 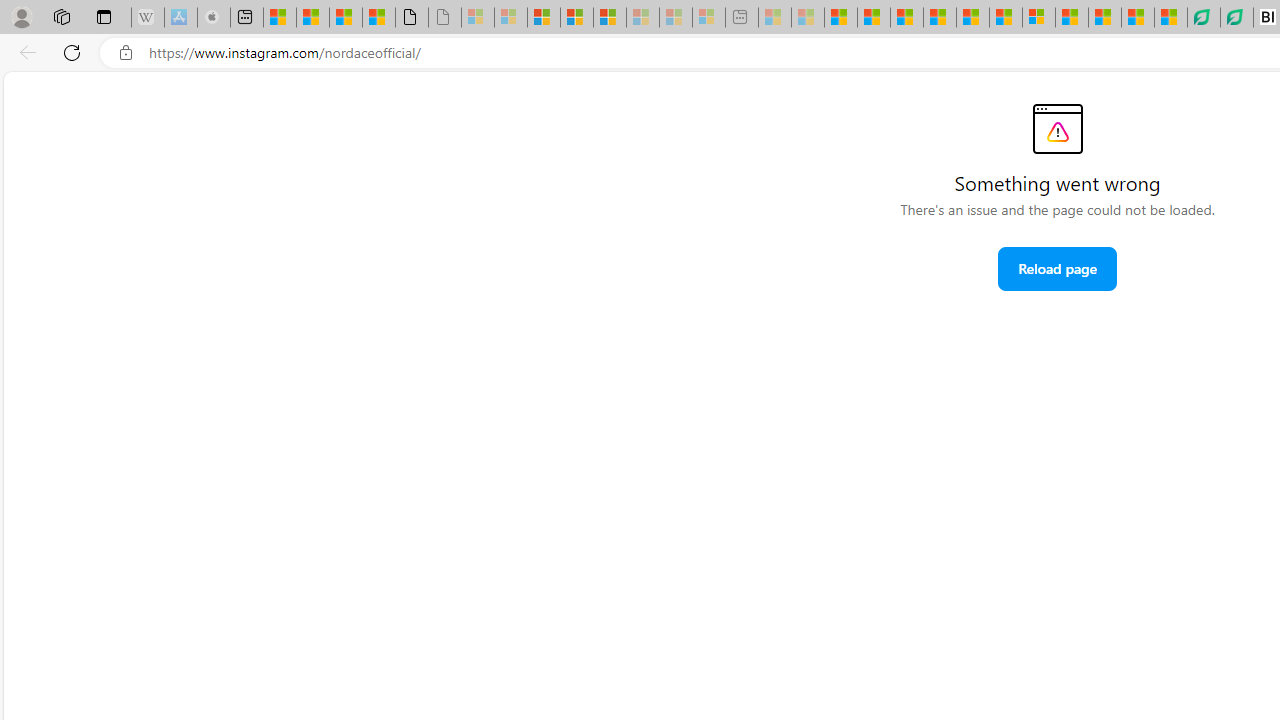 What do you see at coordinates (511, 17) in the screenshot?
I see `'Microsoft Services Agreement - Sleeping'` at bounding box center [511, 17].